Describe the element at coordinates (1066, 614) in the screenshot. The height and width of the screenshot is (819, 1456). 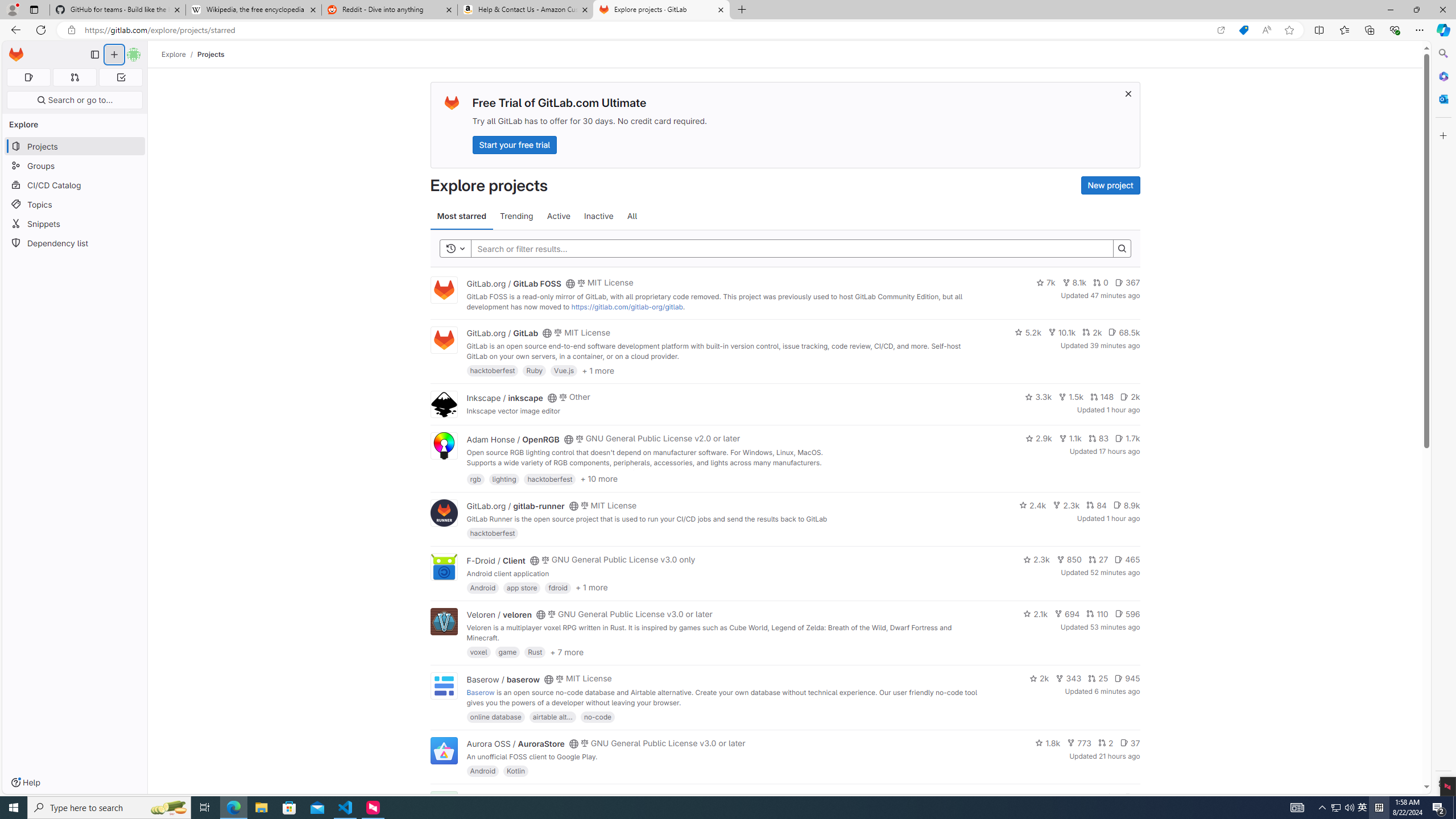
I see `'694'` at that location.